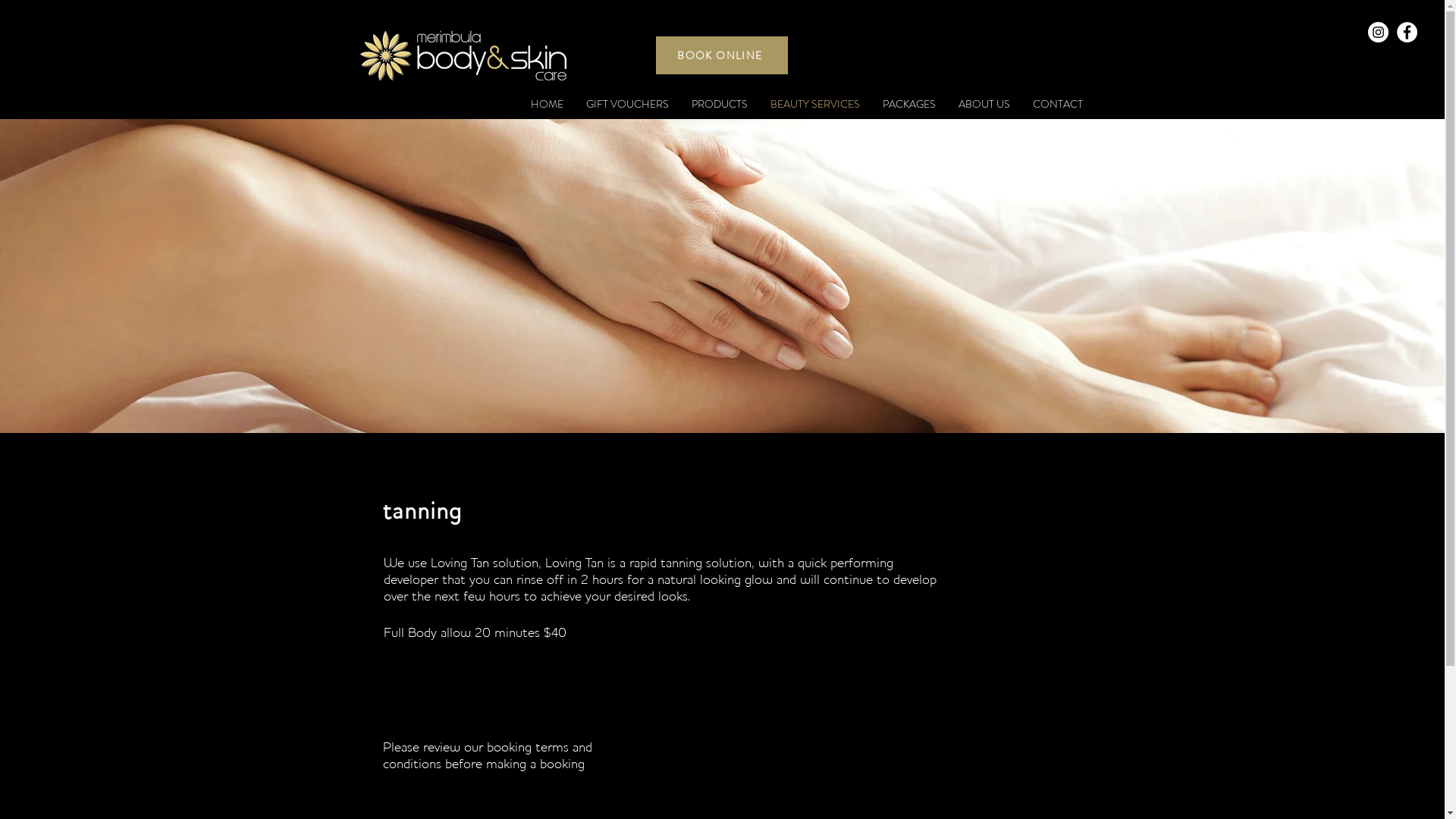  Describe the element at coordinates (546, 103) in the screenshot. I see `'HOME'` at that location.